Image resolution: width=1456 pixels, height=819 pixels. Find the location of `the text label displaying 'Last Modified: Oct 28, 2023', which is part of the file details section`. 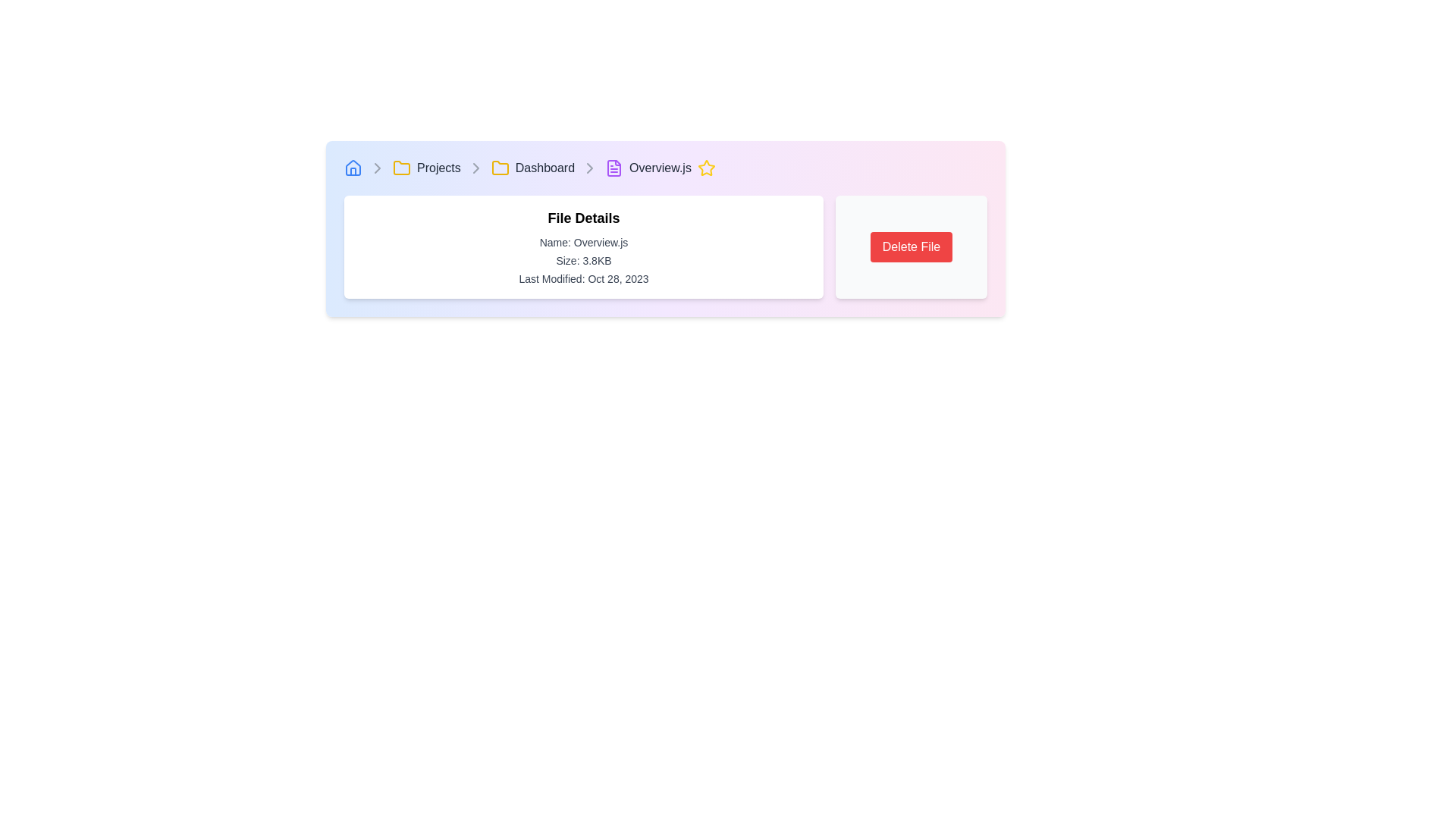

the text label displaying 'Last Modified: Oct 28, 2023', which is part of the file details section is located at coordinates (582, 278).